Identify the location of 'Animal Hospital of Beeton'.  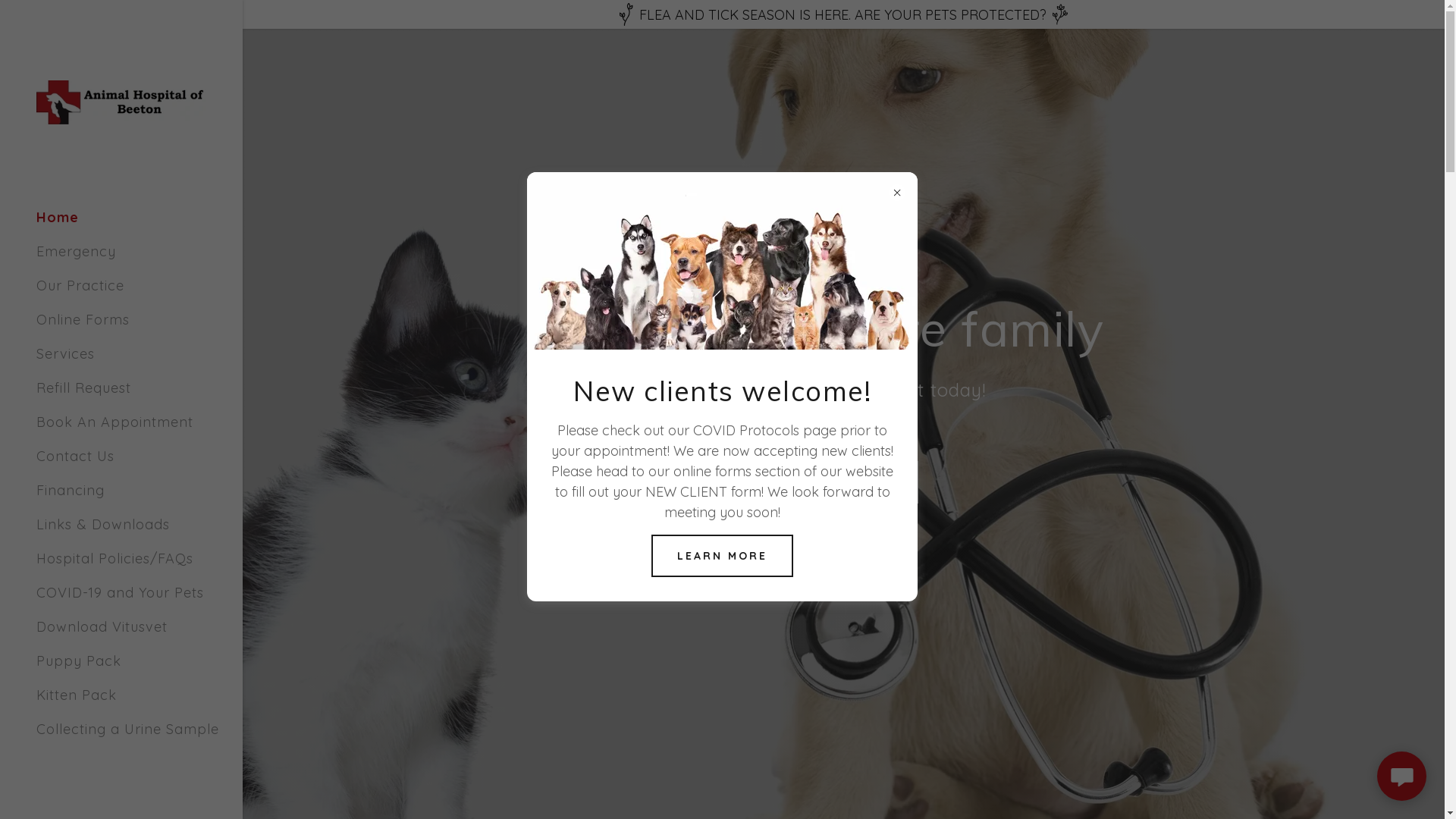
(120, 100).